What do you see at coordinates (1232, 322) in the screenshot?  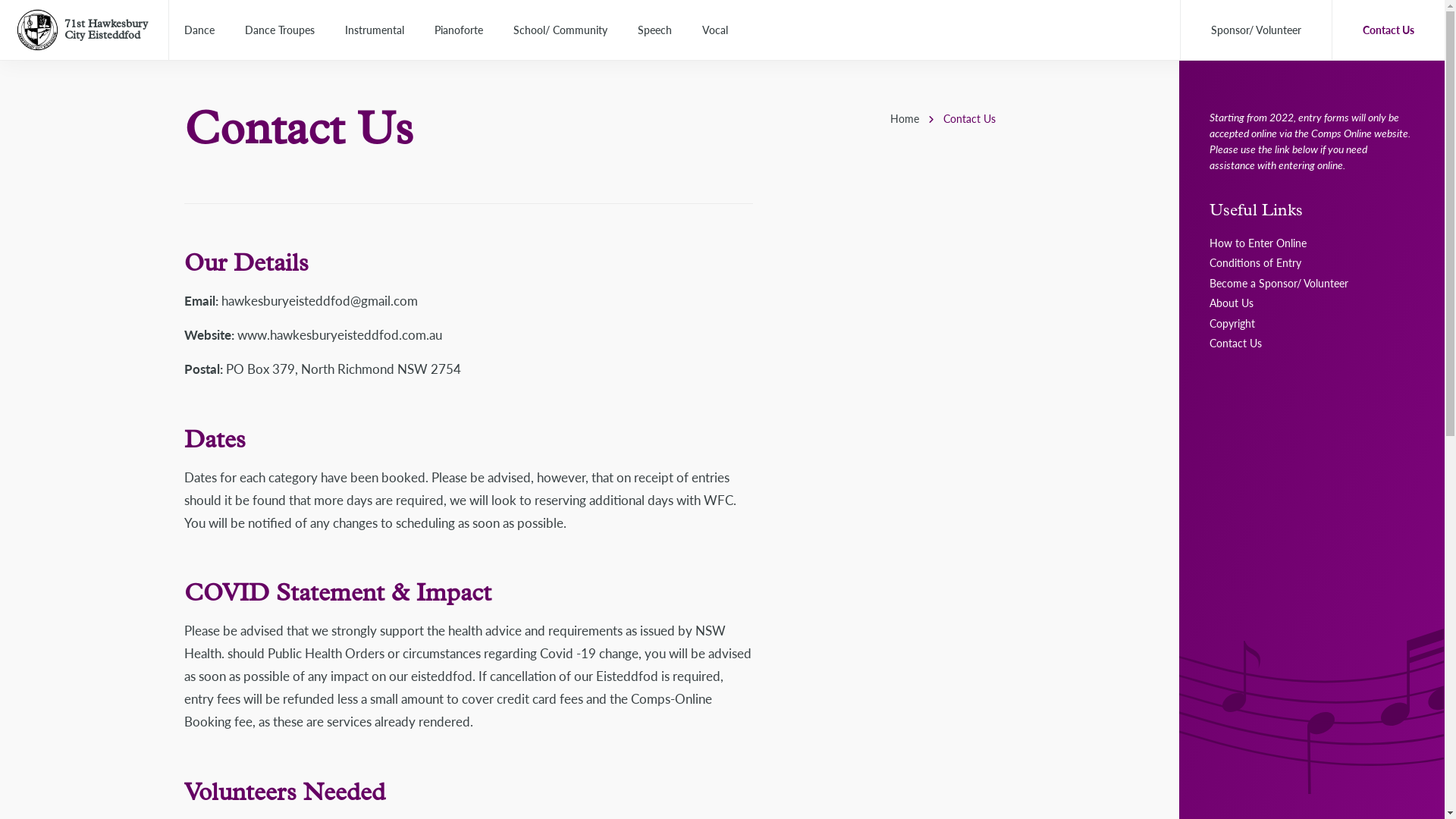 I see `'Copyright'` at bounding box center [1232, 322].